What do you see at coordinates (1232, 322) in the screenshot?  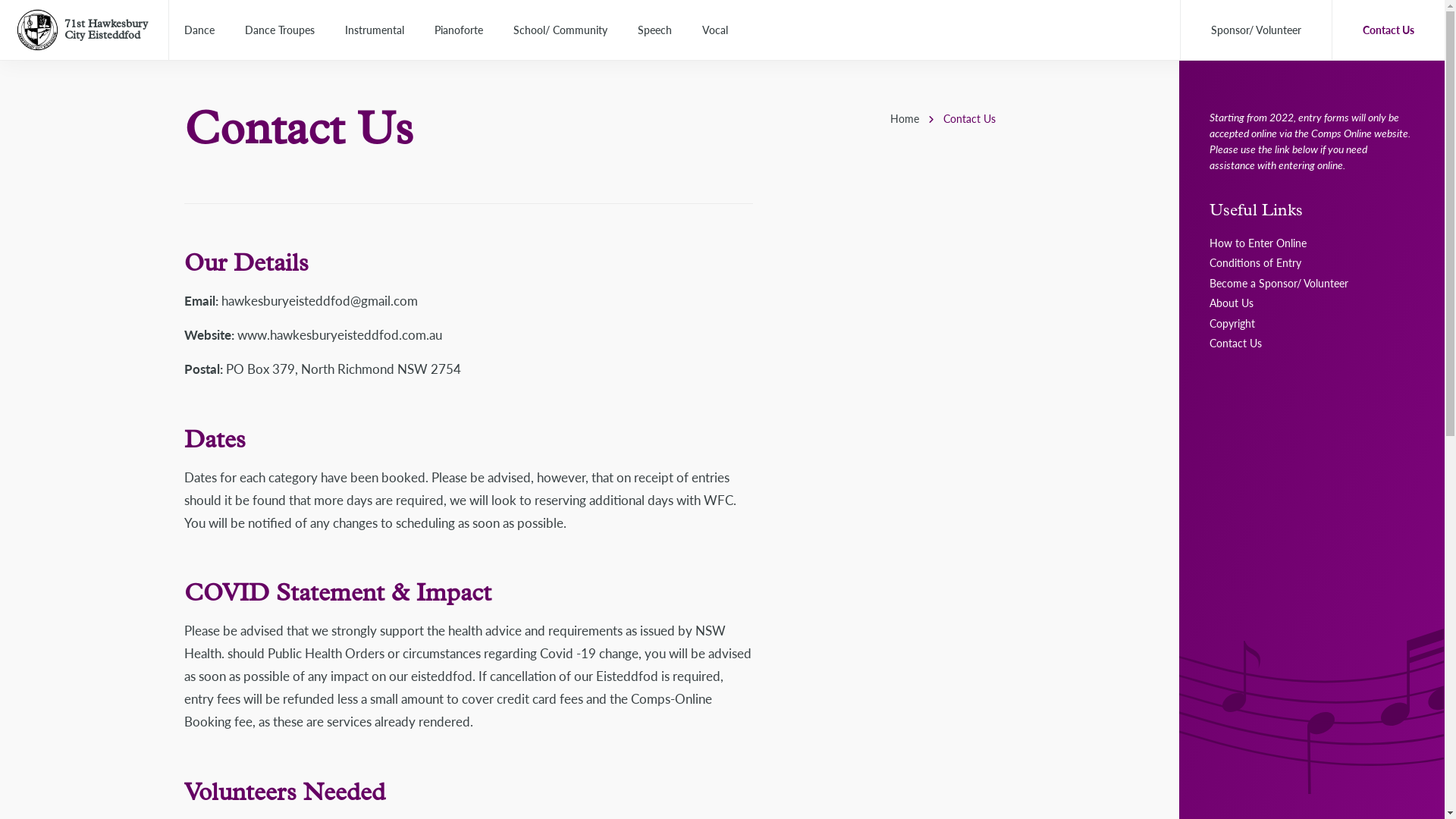 I see `'Copyright'` at bounding box center [1232, 322].